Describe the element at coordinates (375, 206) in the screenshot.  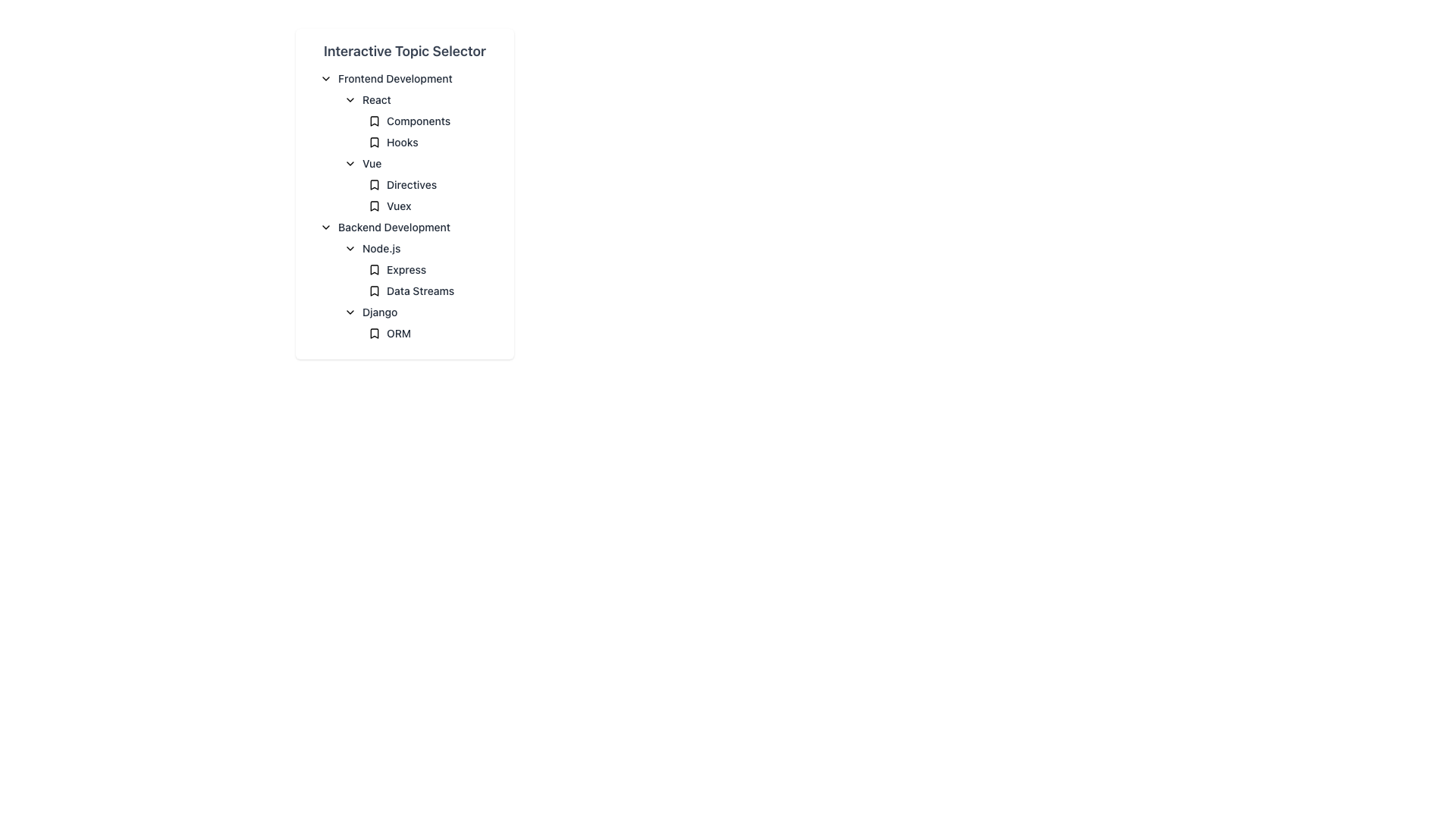
I see `the icon representing the 'Vuex' item located in the 'Vue' section of the hierarchical topic selector` at that location.